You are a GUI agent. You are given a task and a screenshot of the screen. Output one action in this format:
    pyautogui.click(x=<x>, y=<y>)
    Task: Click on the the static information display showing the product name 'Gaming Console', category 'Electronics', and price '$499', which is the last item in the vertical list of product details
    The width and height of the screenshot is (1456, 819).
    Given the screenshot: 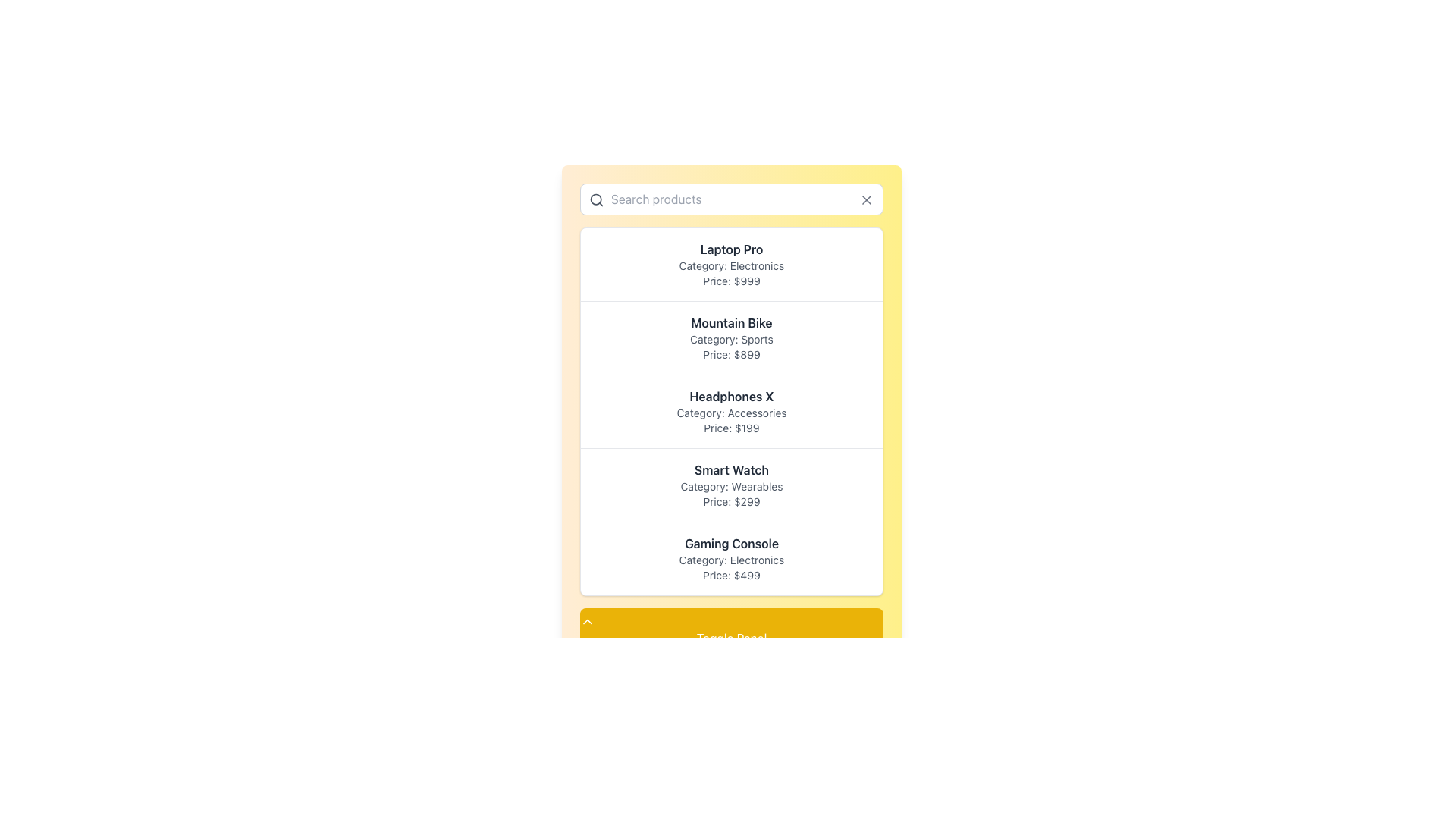 What is the action you would take?
    pyautogui.click(x=731, y=558)
    